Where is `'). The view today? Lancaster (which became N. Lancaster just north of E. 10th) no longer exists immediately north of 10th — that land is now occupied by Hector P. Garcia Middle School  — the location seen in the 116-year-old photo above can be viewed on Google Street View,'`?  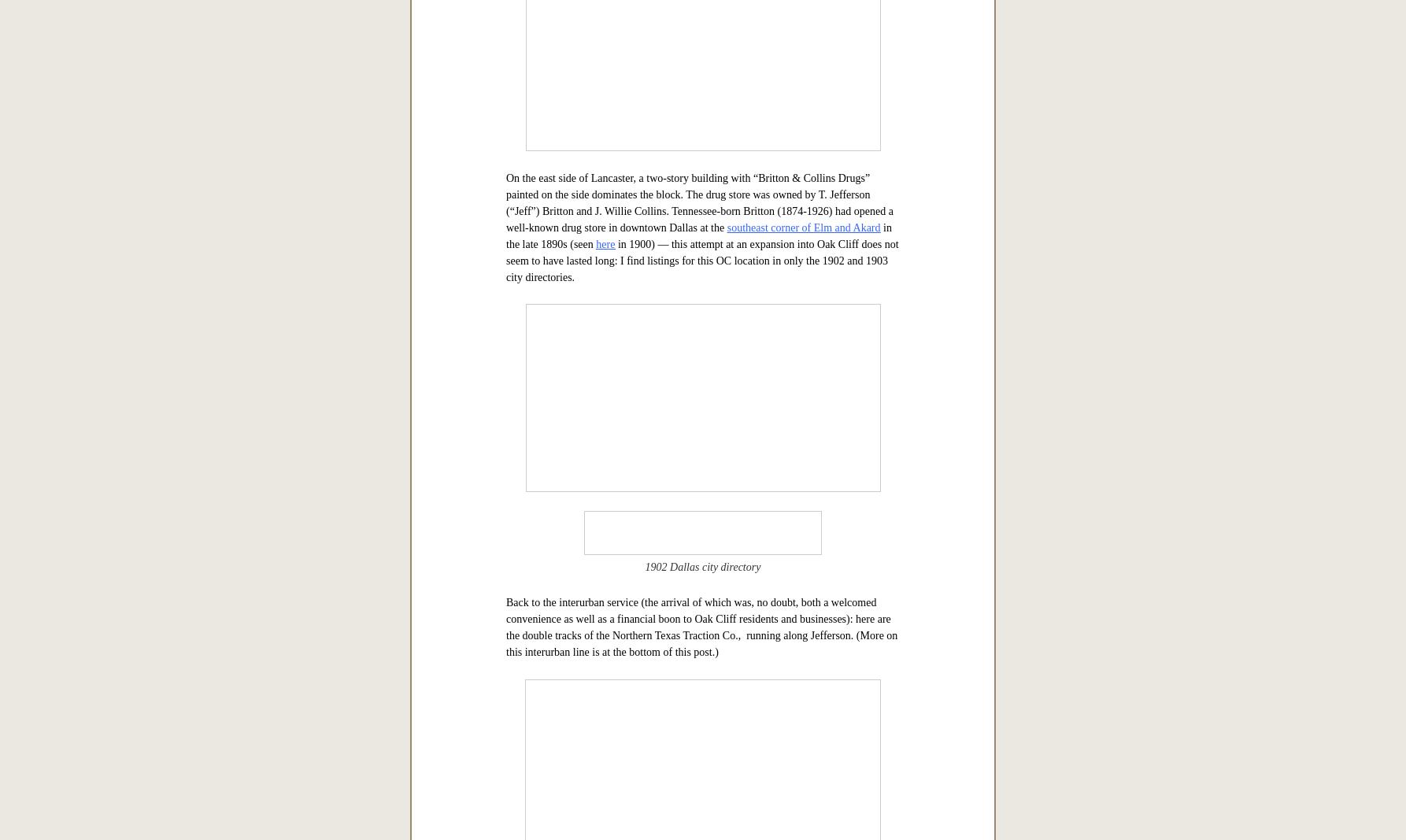 '). The view today? Lancaster (which became N. Lancaster just north of E. 10th) no longer exists immediately north of 10th — that land is now occupied by Hector P. Garcia Middle School  — the location seen in the 116-year-old photo above can be viewed on Google Street View,' is located at coordinates (701, 68).